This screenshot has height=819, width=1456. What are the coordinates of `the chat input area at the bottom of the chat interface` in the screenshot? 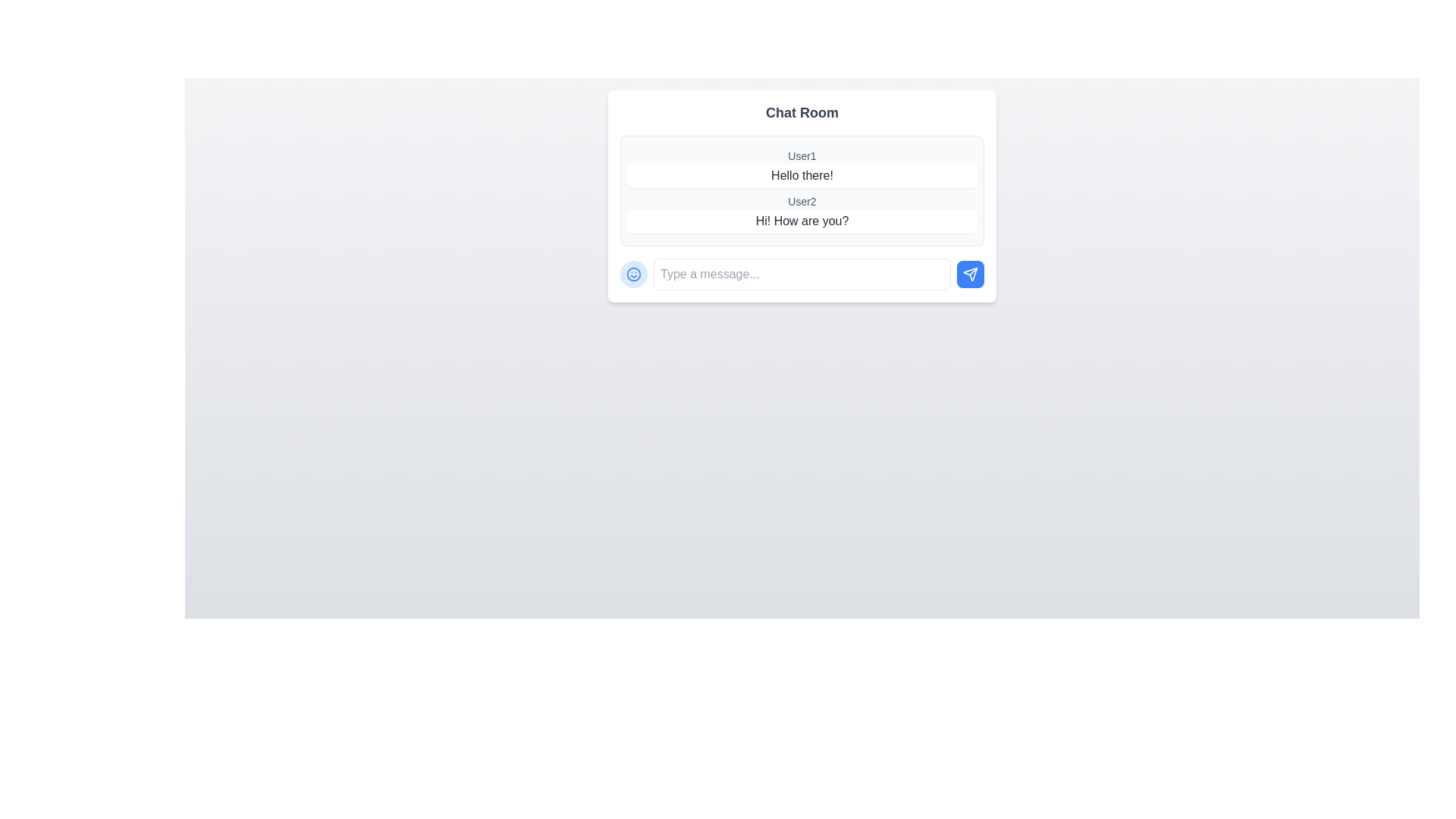 It's located at (801, 275).